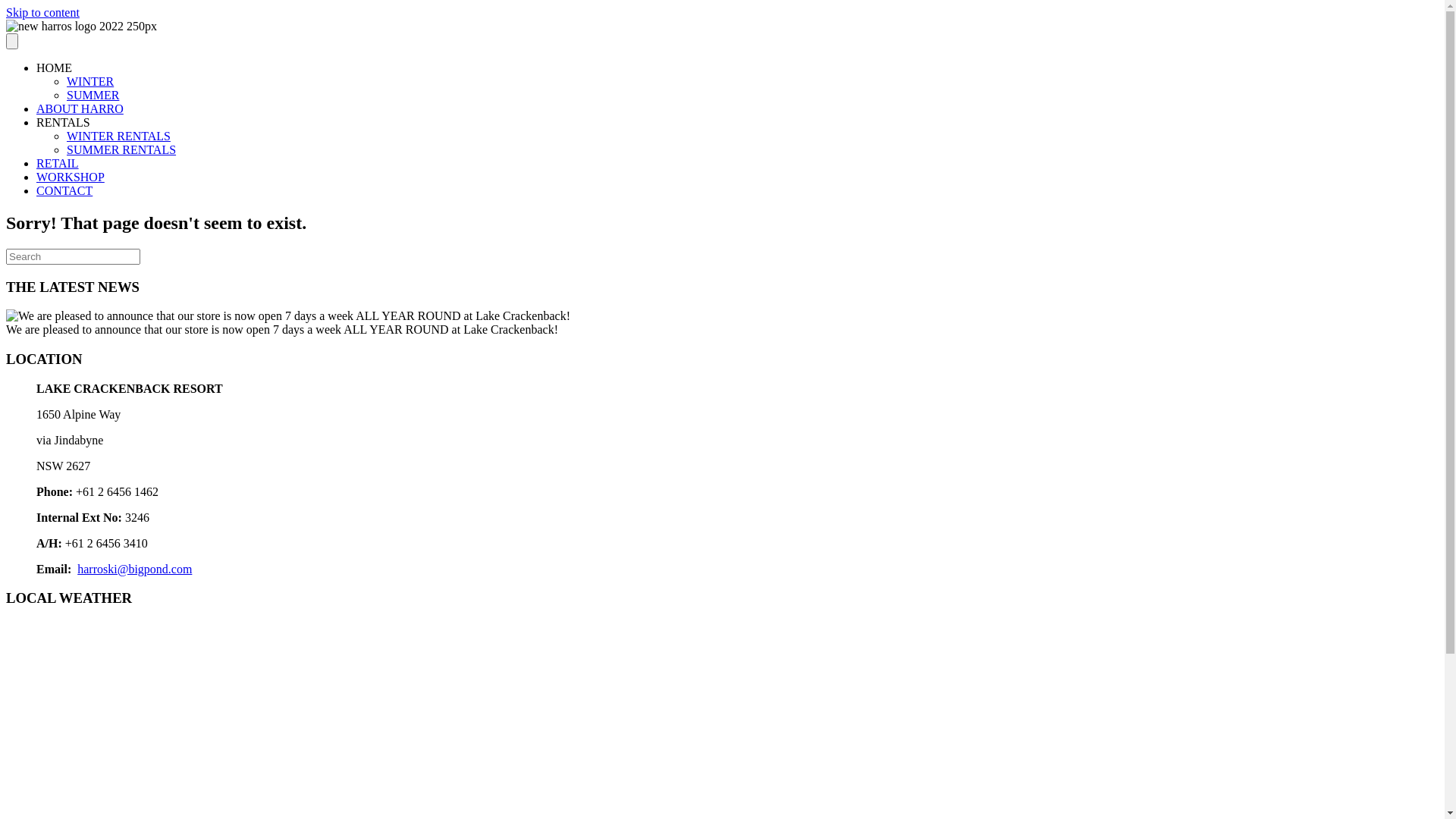  What do you see at coordinates (287, 315) in the screenshot?
I see `'David Harrison'` at bounding box center [287, 315].